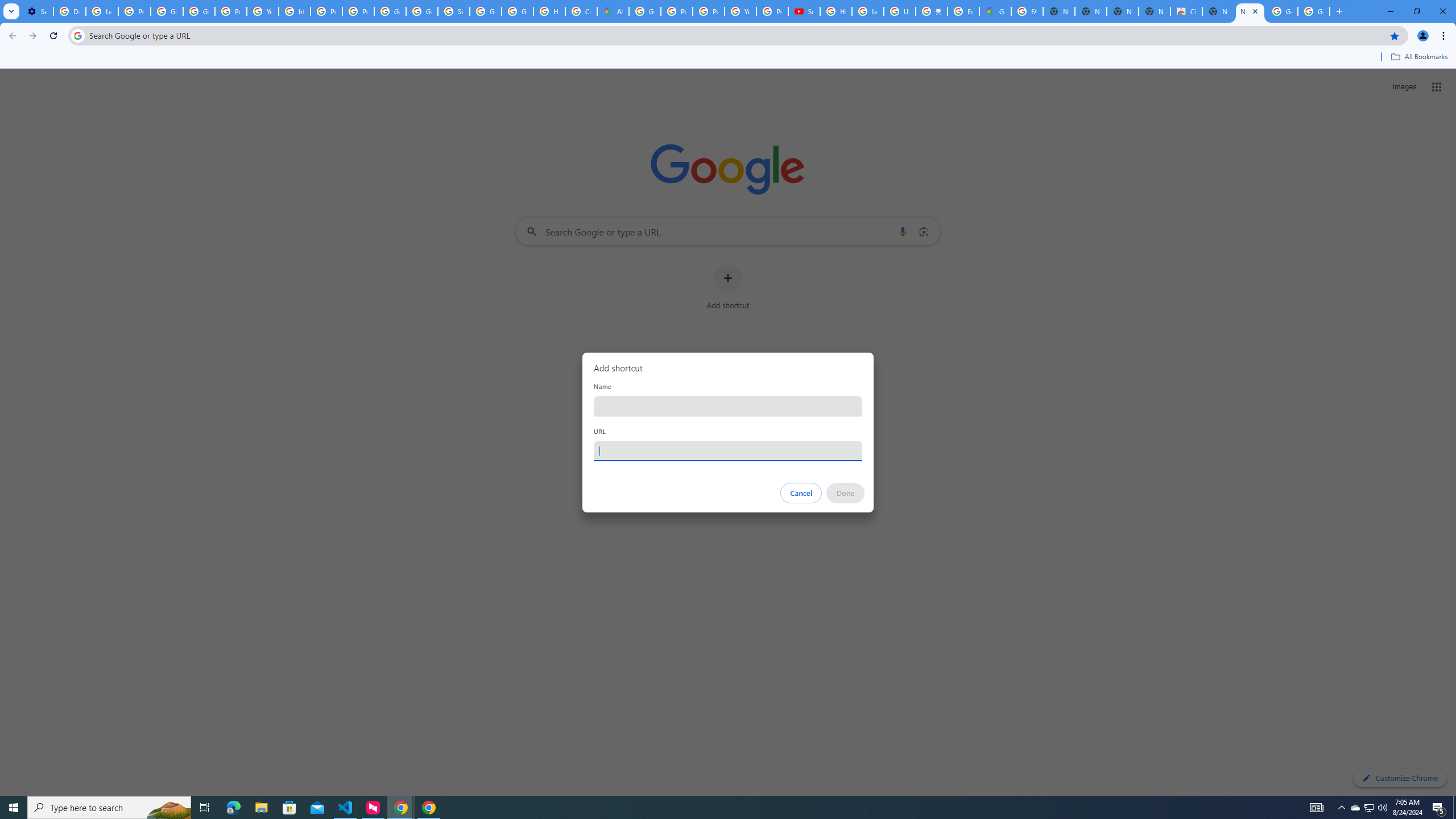  I want to click on 'Cancel', so click(801, 493).